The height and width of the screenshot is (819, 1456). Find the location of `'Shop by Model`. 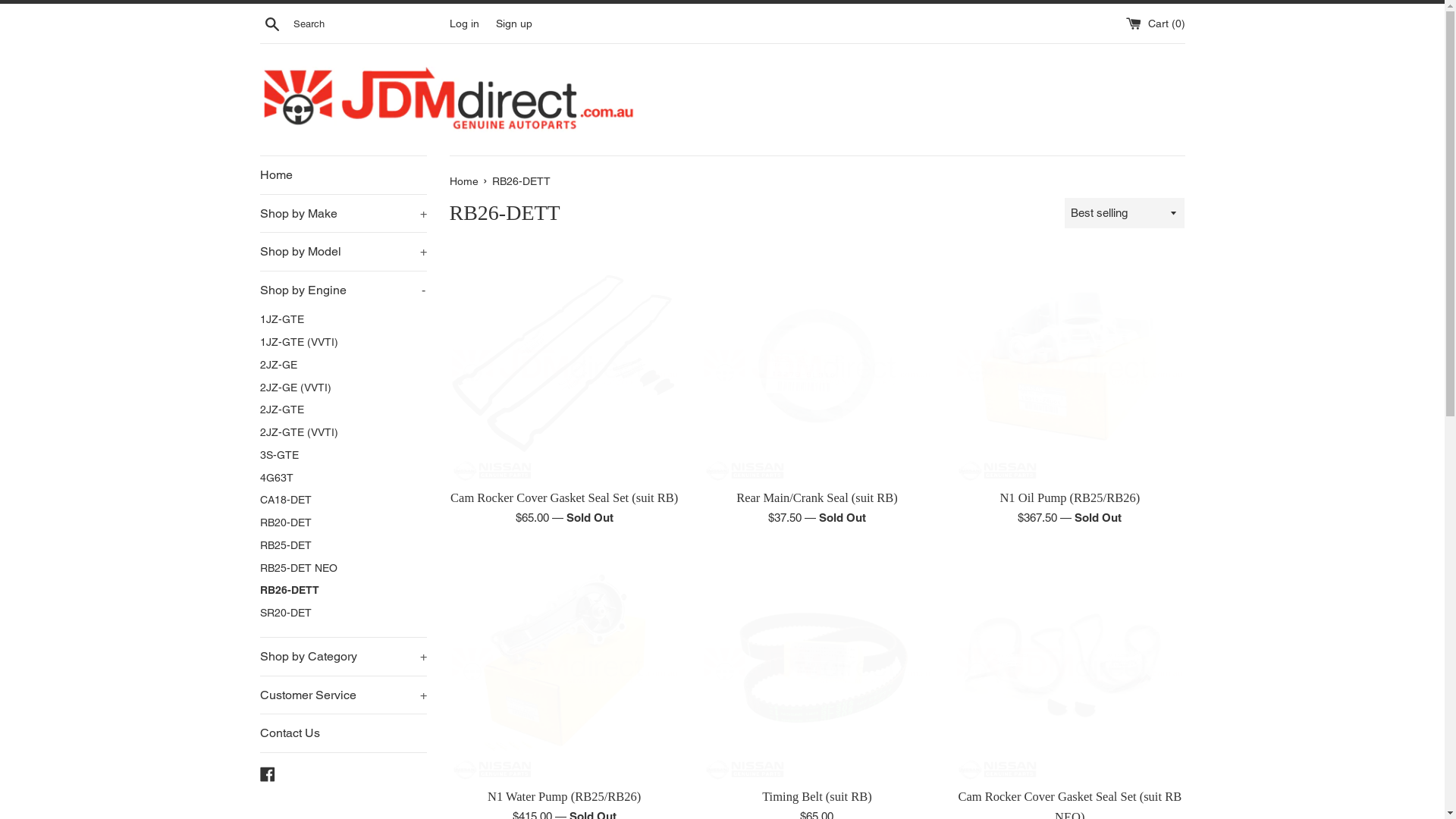

'Shop by Model is located at coordinates (341, 250).